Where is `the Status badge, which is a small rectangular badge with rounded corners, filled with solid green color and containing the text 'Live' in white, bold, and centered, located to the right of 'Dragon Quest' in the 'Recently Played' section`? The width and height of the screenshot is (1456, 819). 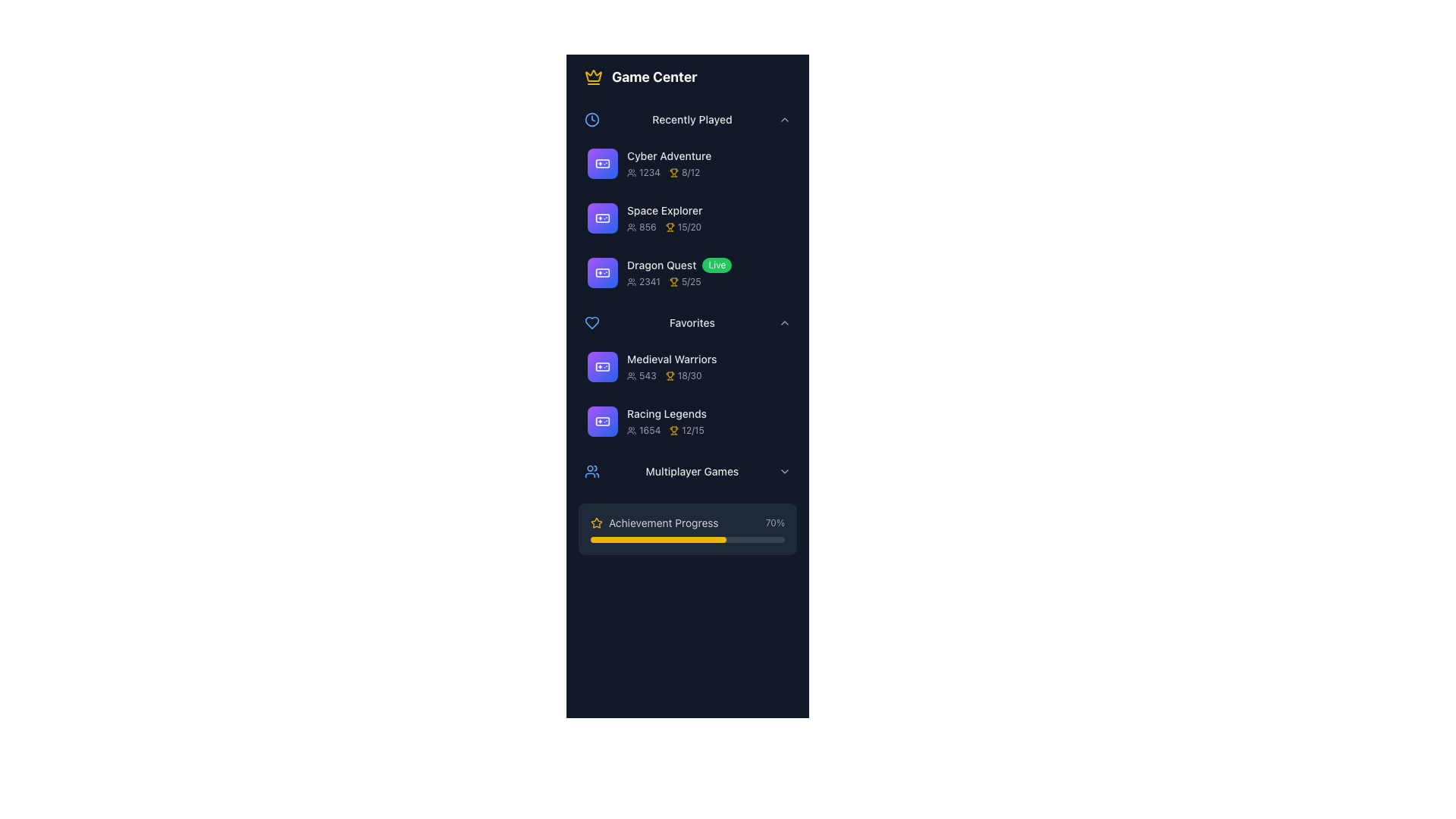 the Status badge, which is a small rectangular badge with rounded corners, filled with solid green color and containing the text 'Live' in white, bold, and centered, located to the right of 'Dragon Quest' in the 'Recently Played' section is located at coordinates (716, 265).